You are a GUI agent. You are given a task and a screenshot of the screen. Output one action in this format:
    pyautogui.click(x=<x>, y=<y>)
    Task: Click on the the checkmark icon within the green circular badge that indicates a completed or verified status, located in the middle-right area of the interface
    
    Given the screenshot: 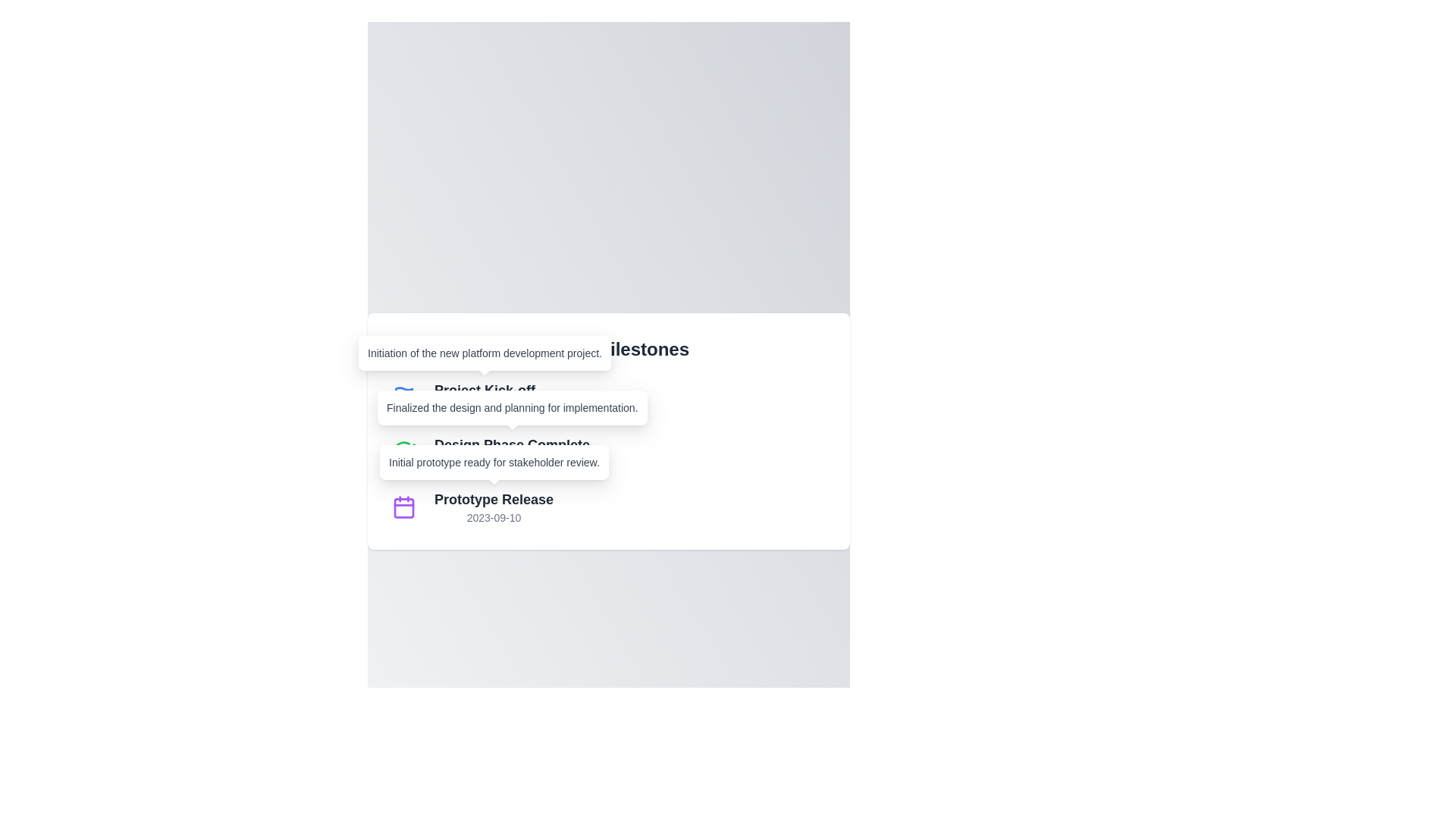 What is the action you would take?
    pyautogui.click(x=407, y=449)
    